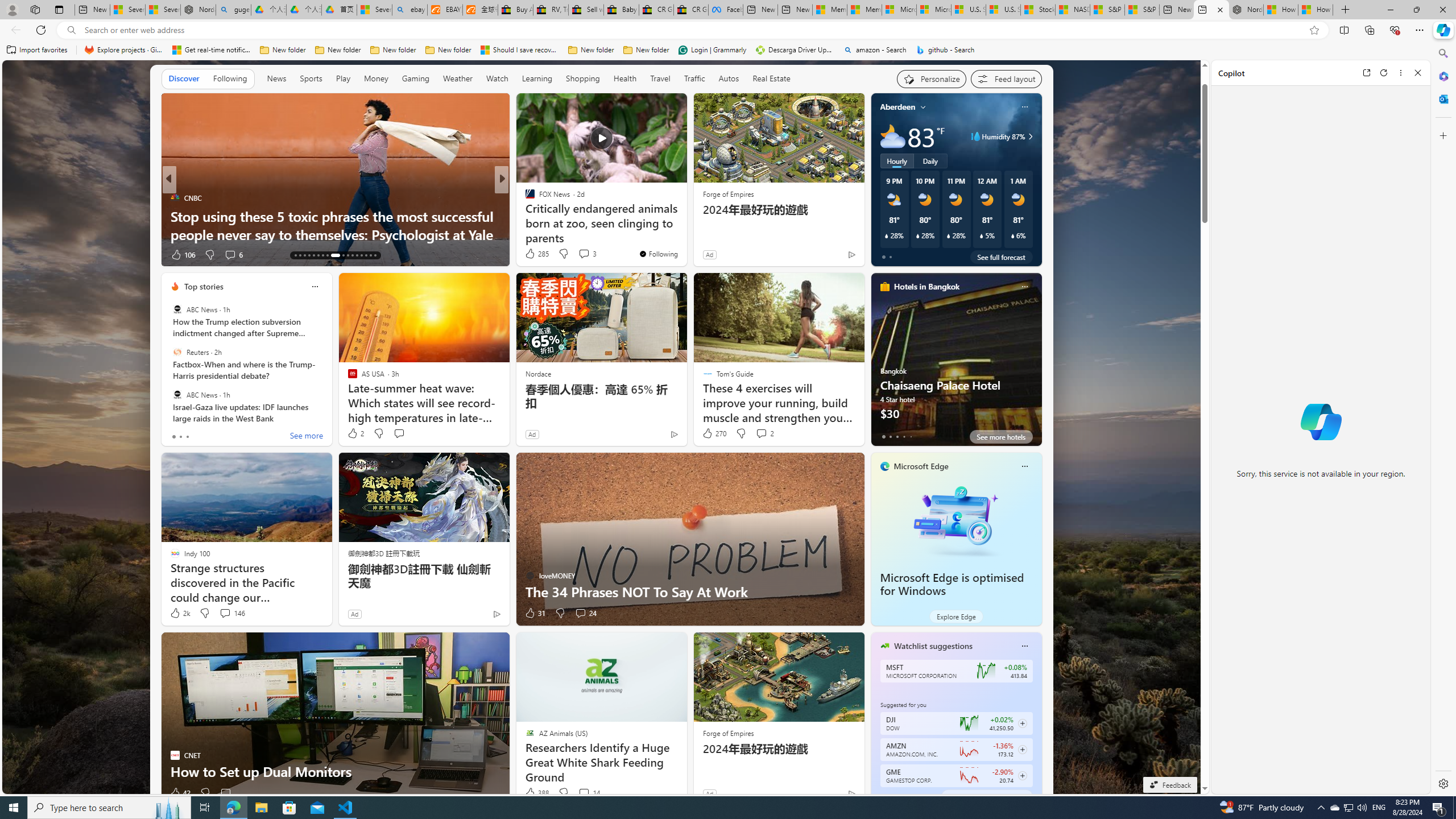  I want to click on '270 Like', so click(714, 433).